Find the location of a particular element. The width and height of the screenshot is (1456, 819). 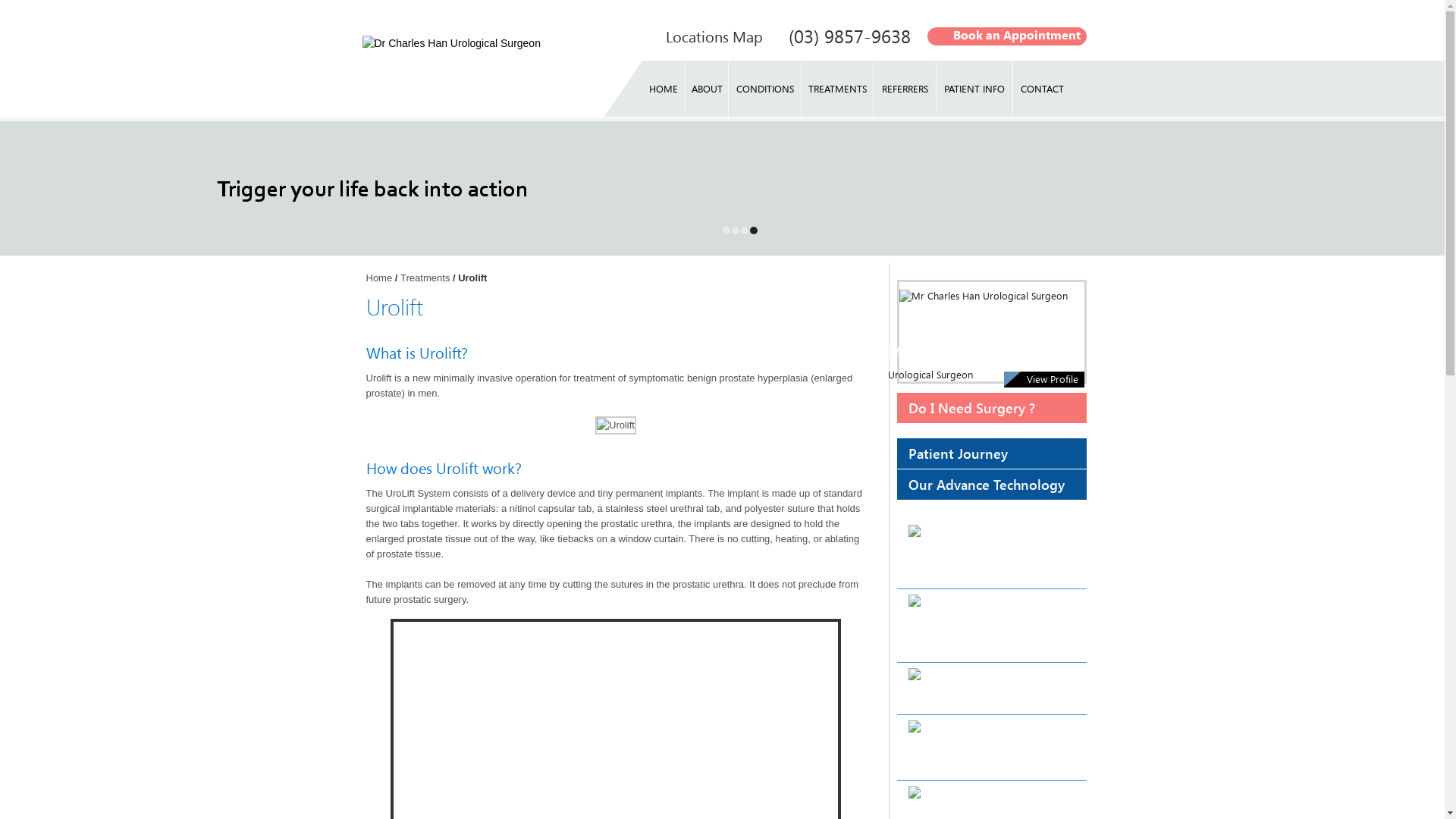

'Do I Need Surgery ?' is located at coordinates (896, 406).